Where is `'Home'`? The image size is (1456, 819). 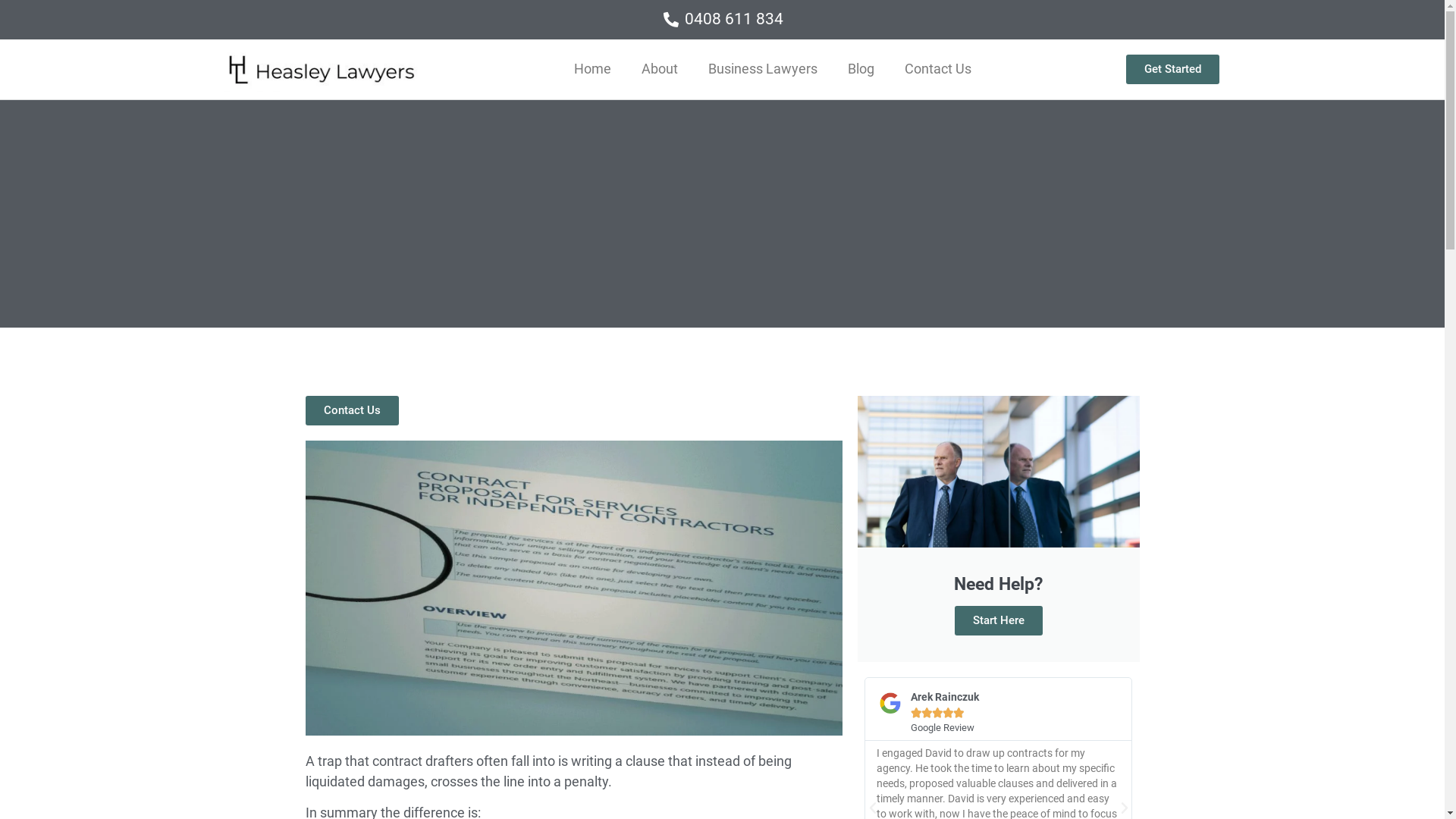 'Home' is located at coordinates (558, 69).